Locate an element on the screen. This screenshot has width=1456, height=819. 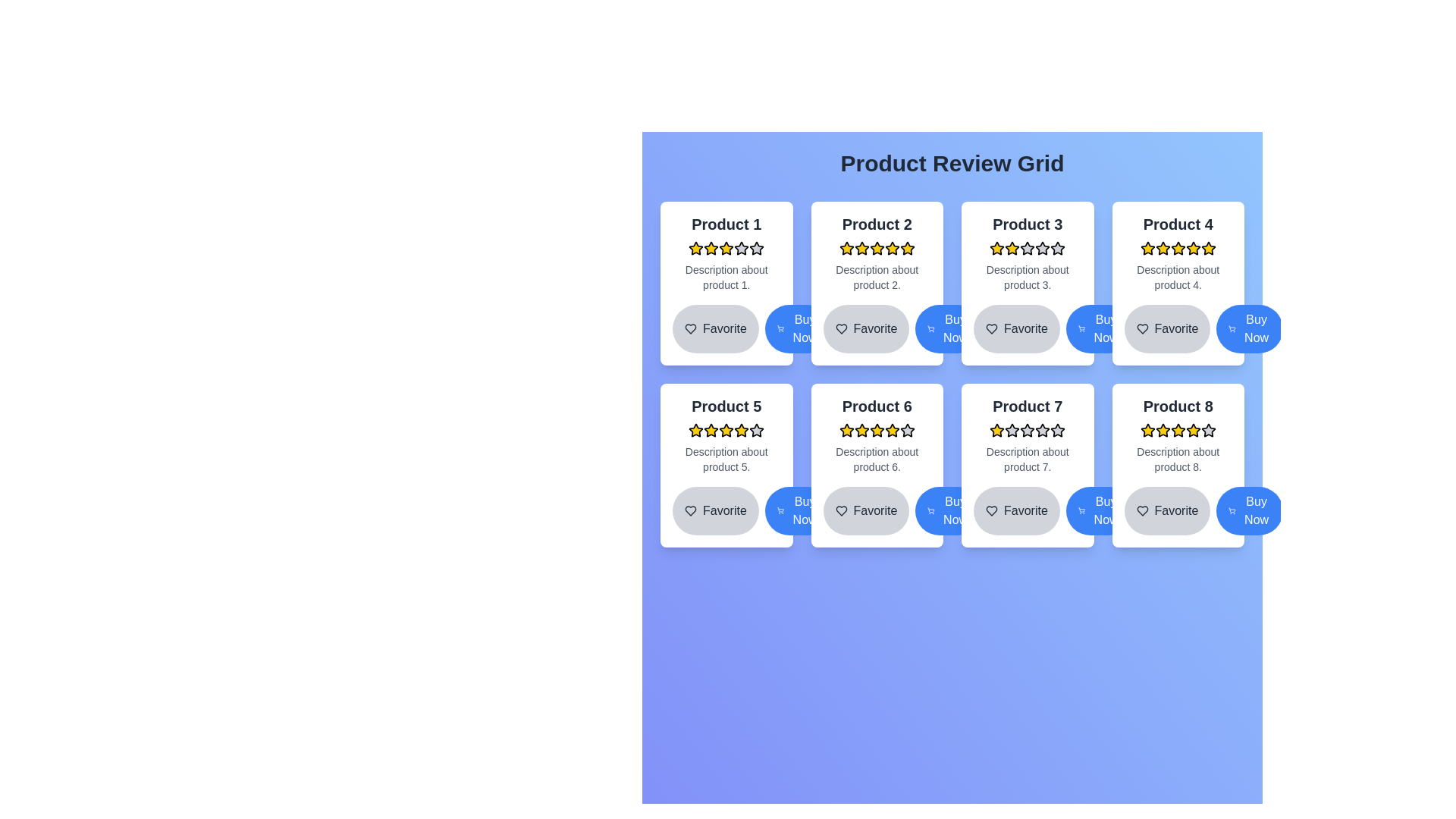
the icon that represents adding 'Product 7' to the shopping cart, located in the bottom-right of the 'Buy Now' button is located at coordinates (930, 511).